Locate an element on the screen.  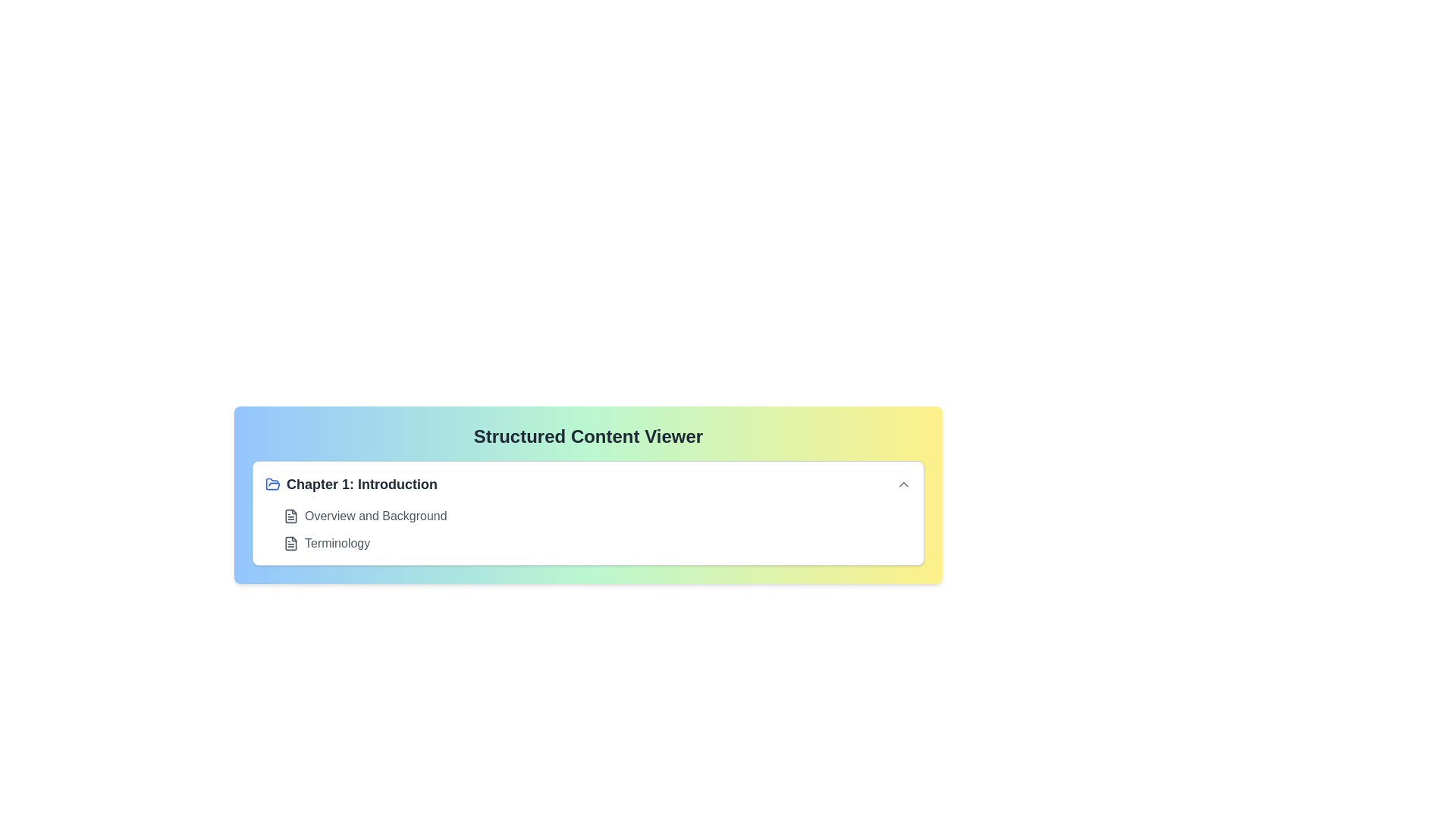
the document symbol icon located at the top-left corner of the structured content viewer, which is stylized as a rectangle with a folded corner is located at coordinates (291, 543).